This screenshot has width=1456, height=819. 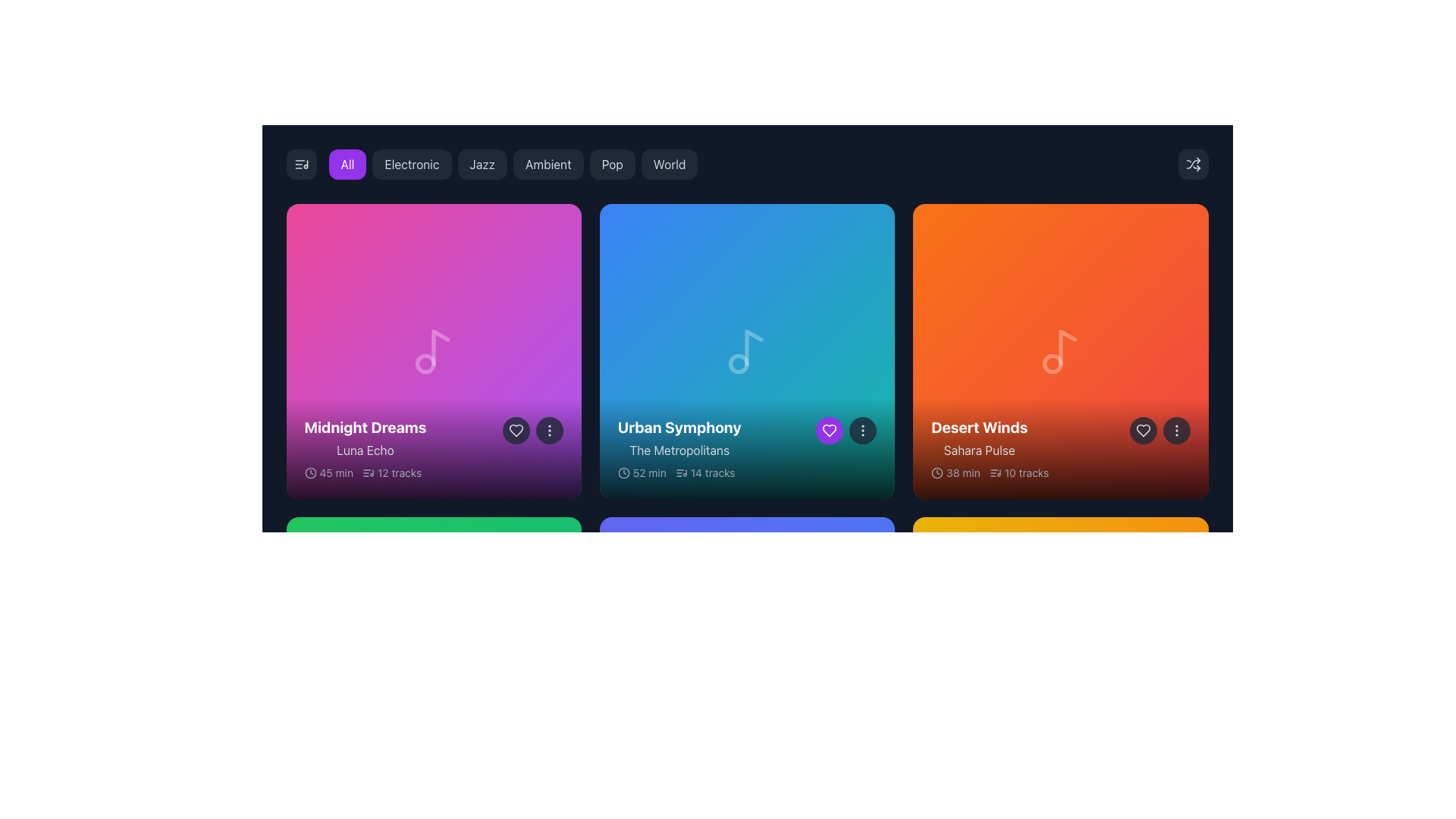 What do you see at coordinates (481, 164) in the screenshot?
I see `the third button from the left in the top section of the interface to filter content by the 'Jazz' genre` at bounding box center [481, 164].